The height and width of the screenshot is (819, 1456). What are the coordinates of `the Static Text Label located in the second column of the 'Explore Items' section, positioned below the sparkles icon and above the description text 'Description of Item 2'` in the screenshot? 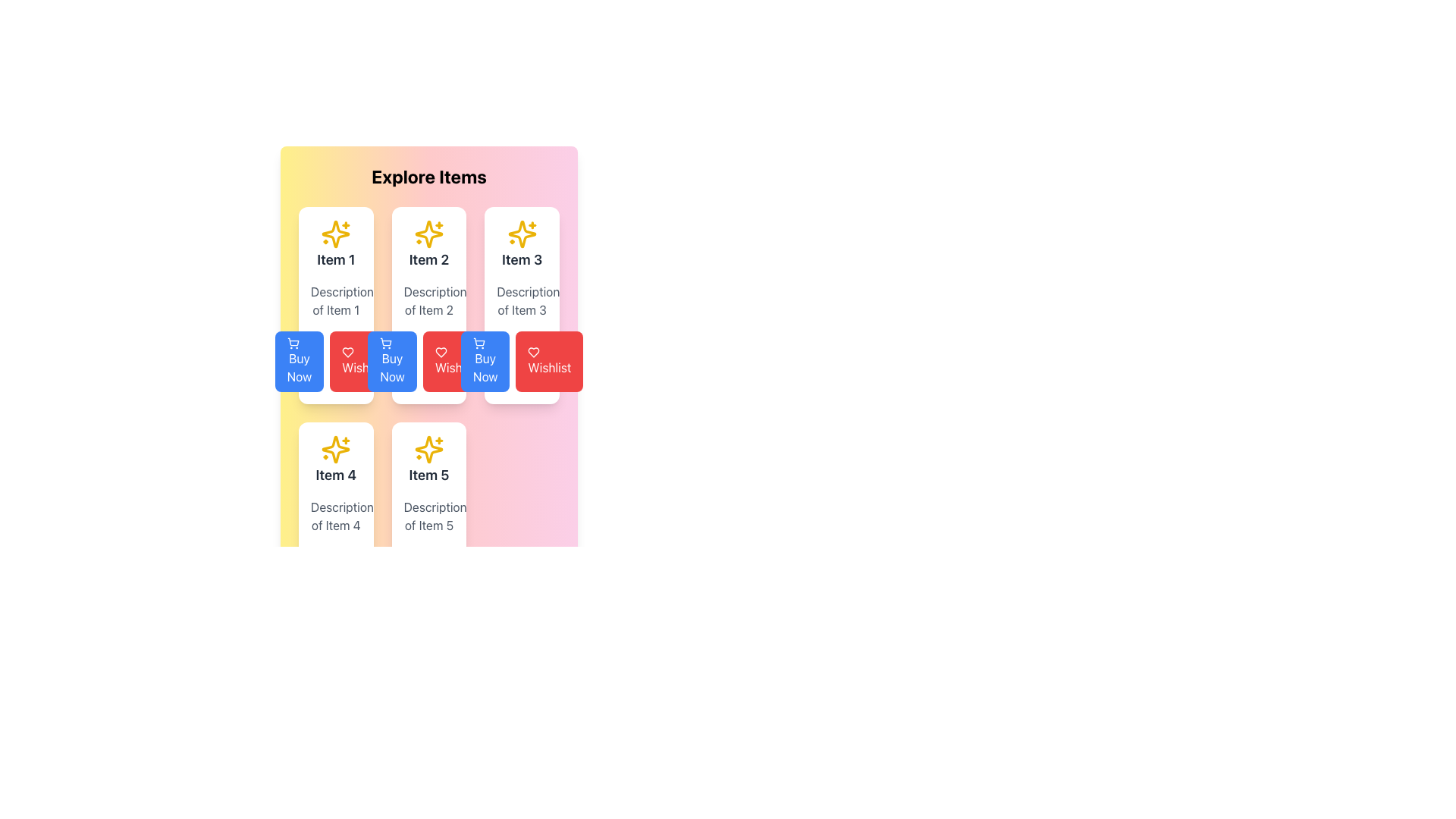 It's located at (428, 259).